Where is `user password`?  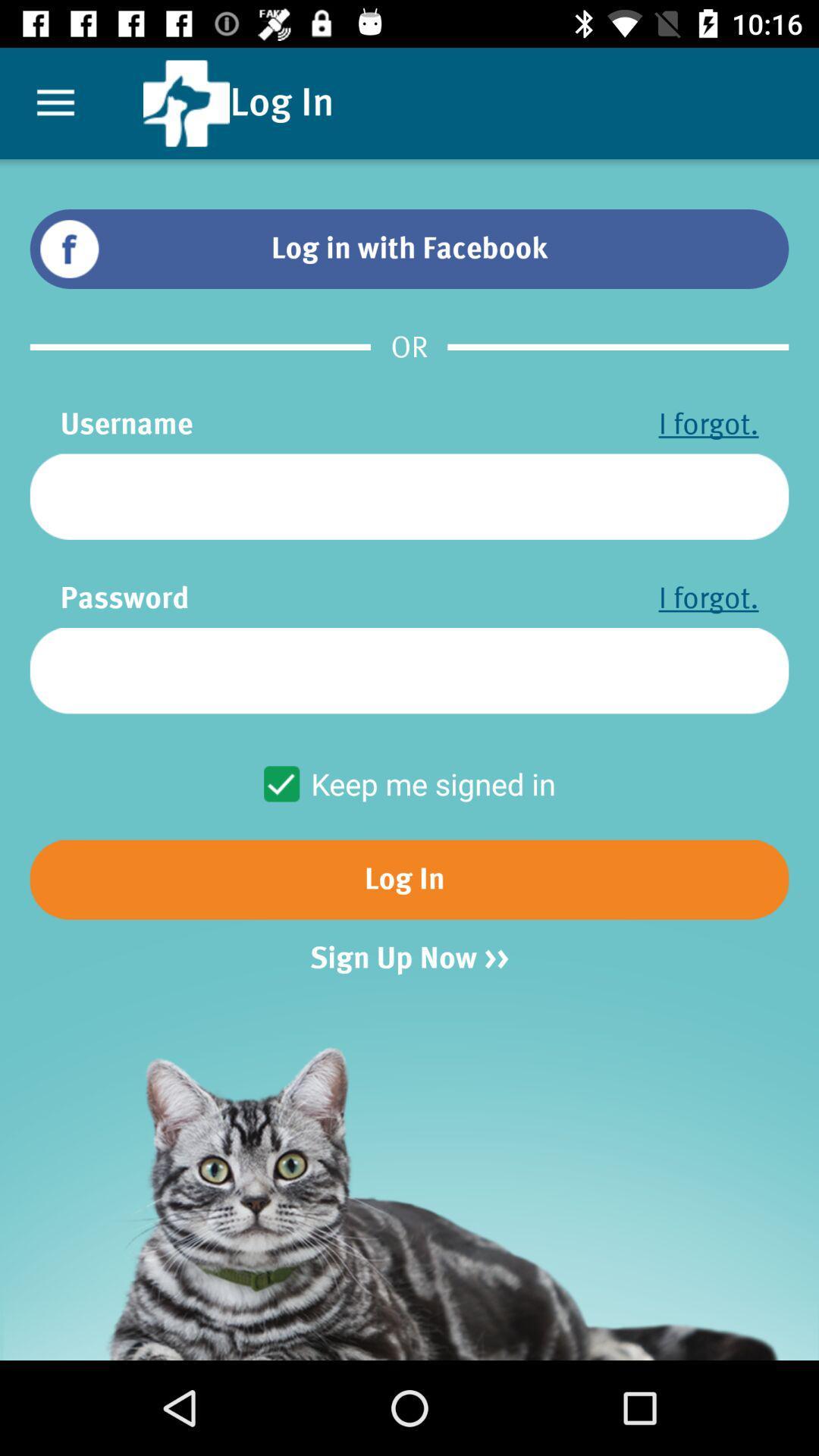 user password is located at coordinates (409, 670).